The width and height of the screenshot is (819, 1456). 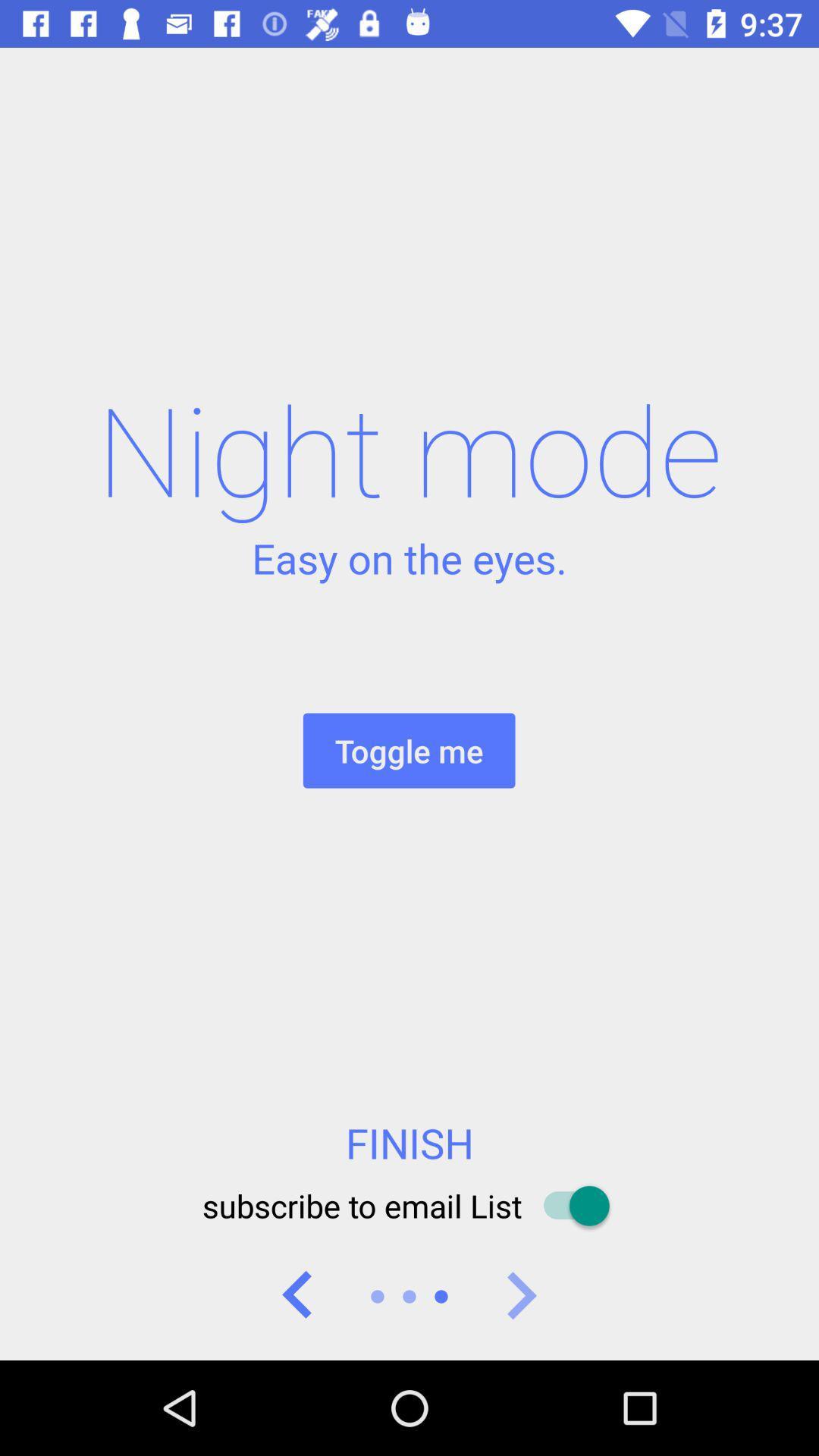 I want to click on previous, so click(x=298, y=1295).